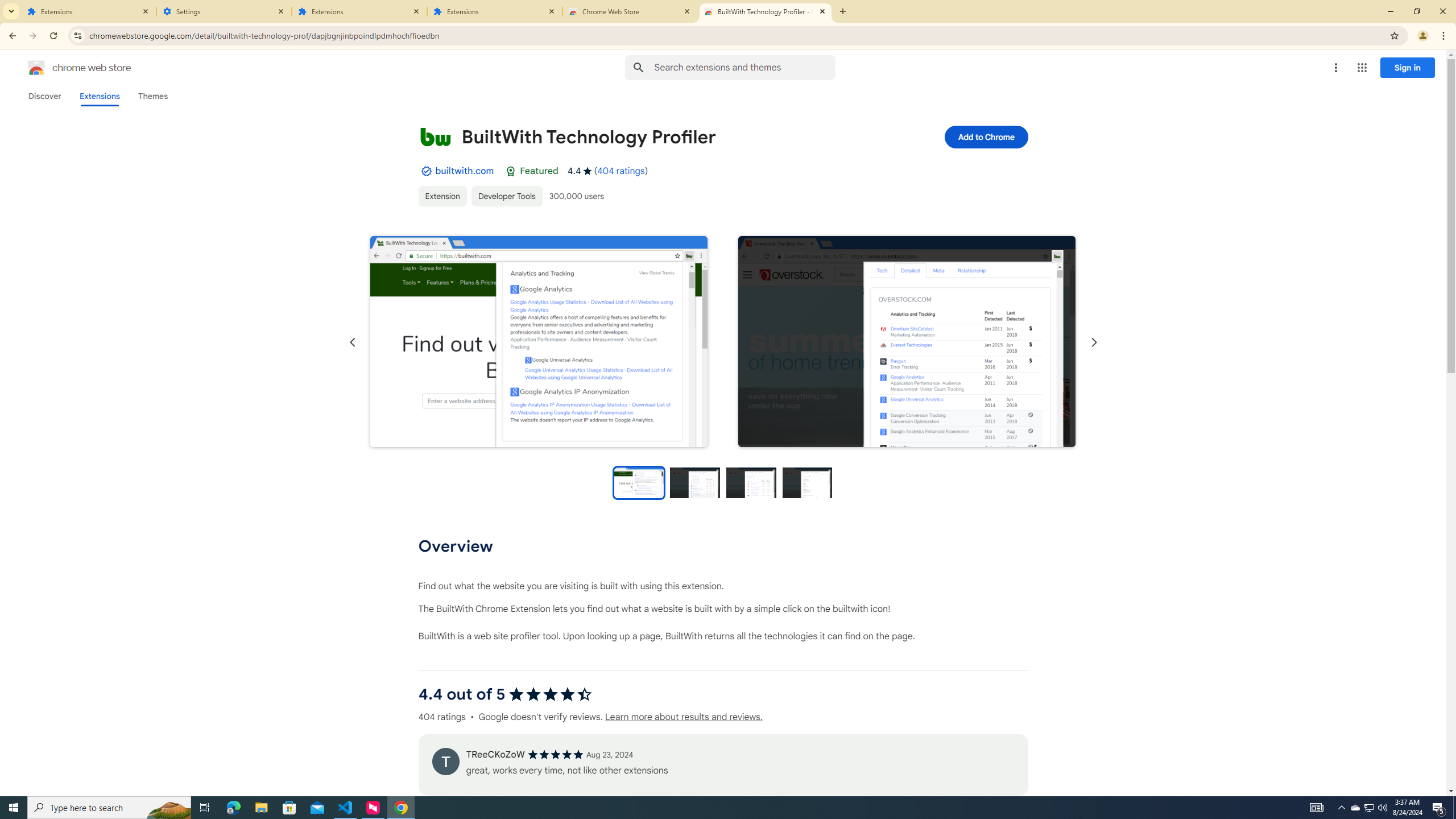  I want to click on 'Preview slide 3', so click(751, 482).